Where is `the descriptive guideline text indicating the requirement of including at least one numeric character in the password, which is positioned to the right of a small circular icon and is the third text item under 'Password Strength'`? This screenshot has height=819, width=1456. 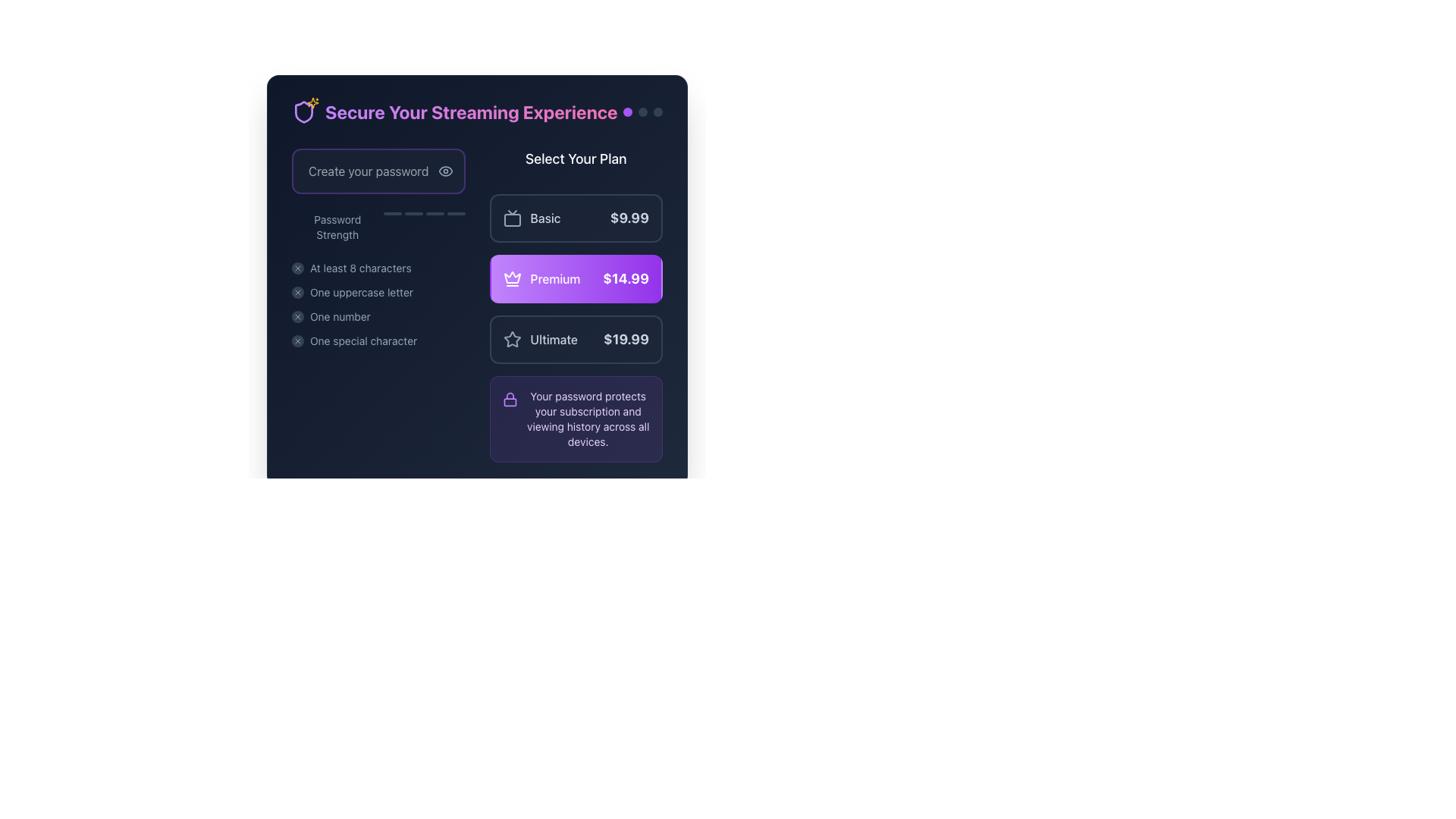 the descriptive guideline text indicating the requirement of including at least one numeric character in the password, which is positioned to the right of a small circular icon and is the third text item under 'Password Strength' is located at coordinates (339, 315).